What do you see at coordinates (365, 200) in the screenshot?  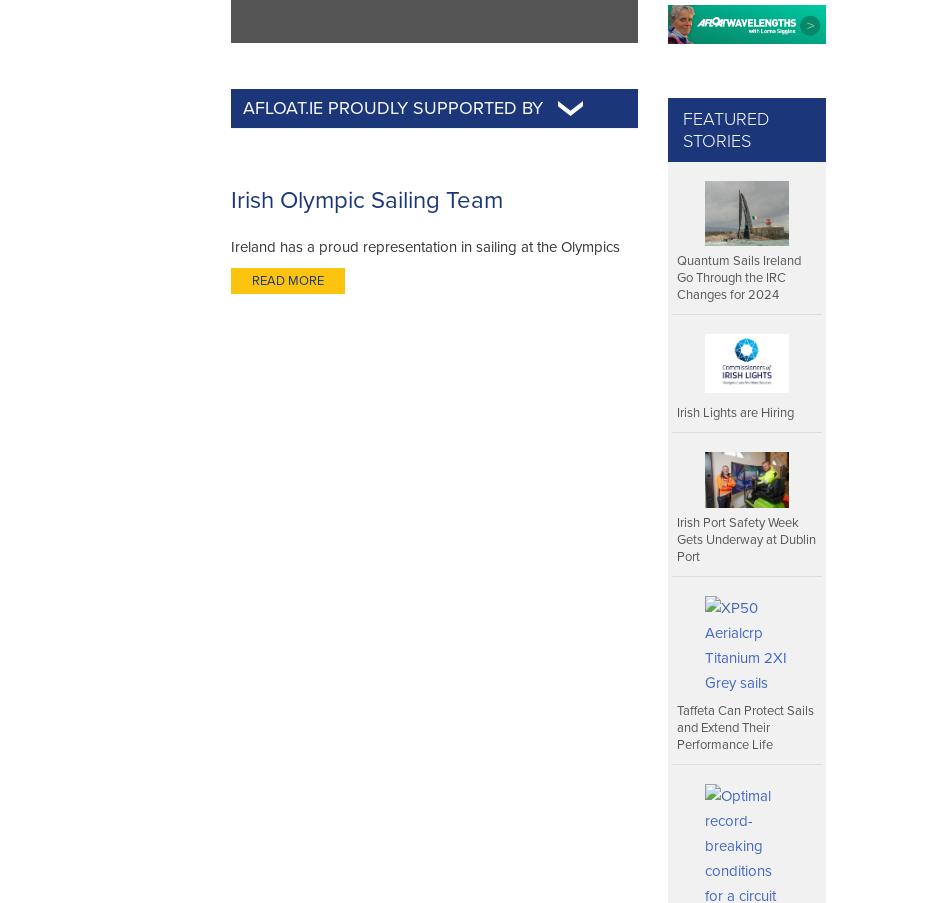 I see `'Irish Olympic Sailing Team'` at bounding box center [365, 200].